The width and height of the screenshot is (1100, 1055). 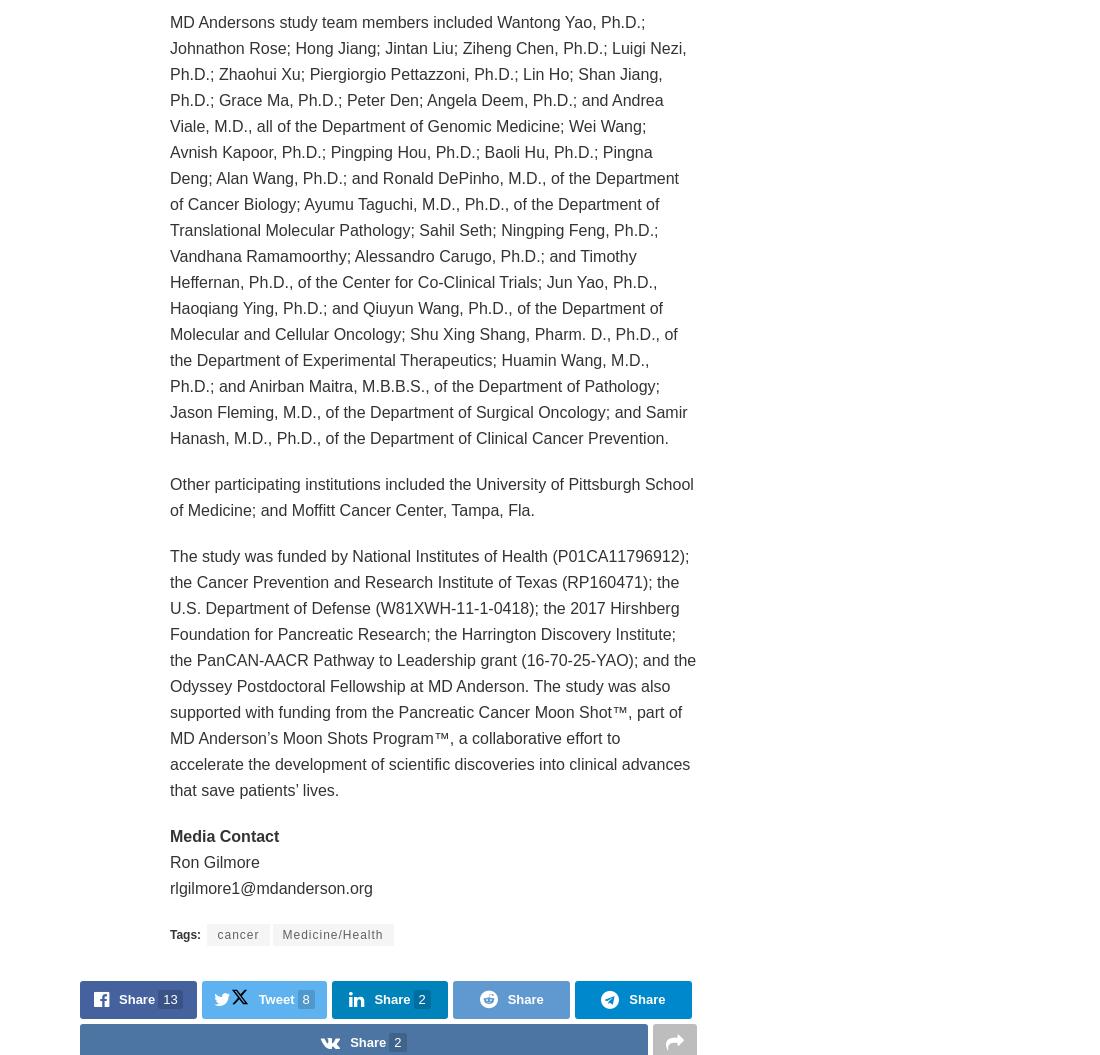 What do you see at coordinates (430, 496) in the screenshot?
I see `'Other participating institutions included the University of Pittsburgh School of Medicine; and Moffitt Cancer Center, Tampa, Fla.'` at bounding box center [430, 496].